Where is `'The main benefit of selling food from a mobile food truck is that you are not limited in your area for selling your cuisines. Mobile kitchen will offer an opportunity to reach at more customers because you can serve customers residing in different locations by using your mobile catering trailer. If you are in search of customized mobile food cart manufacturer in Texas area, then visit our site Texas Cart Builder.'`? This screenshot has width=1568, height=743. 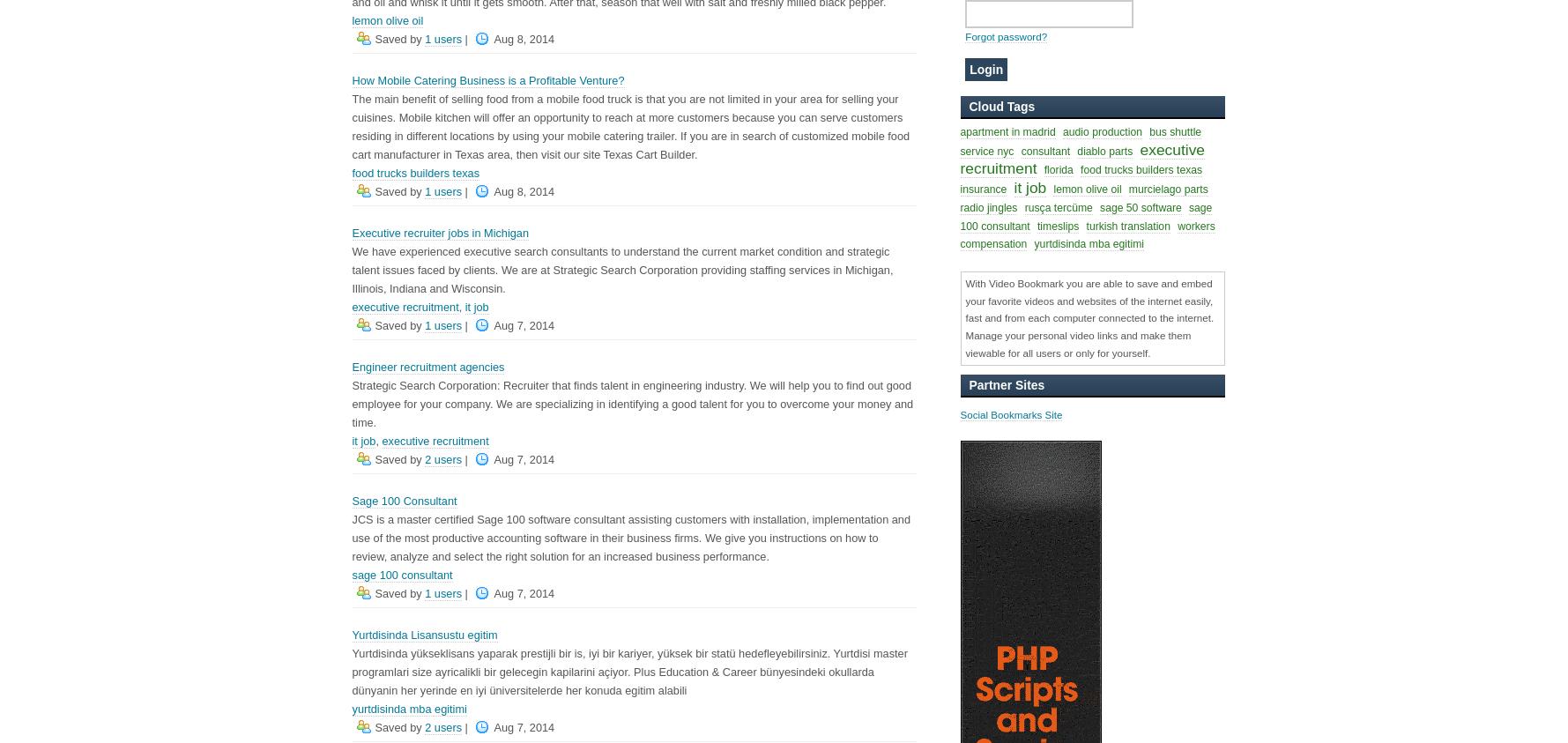 'The main benefit of selling food from a mobile food truck is that you are not limited in your area for selling your cuisines. Mobile kitchen will offer an opportunity to reach at more customers because you can serve customers residing in different locations by using your mobile catering trailer. If you are in search of customized mobile food cart manufacturer in Texas area, then visit our site Texas Cart Builder.' is located at coordinates (630, 125).